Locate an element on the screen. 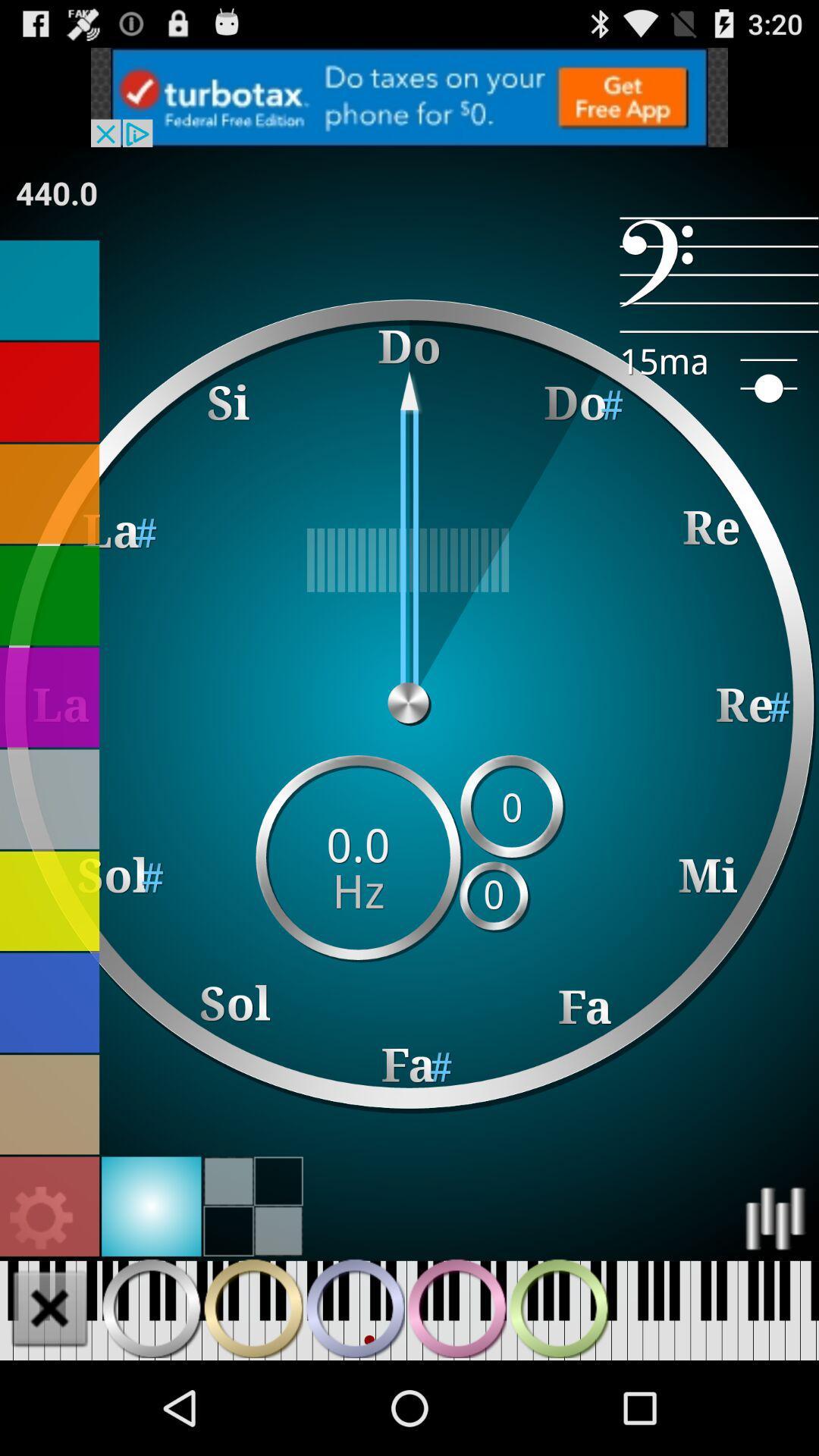 This screenshot has width=819, height=1456. settings is located at coordinates (49, 1206).